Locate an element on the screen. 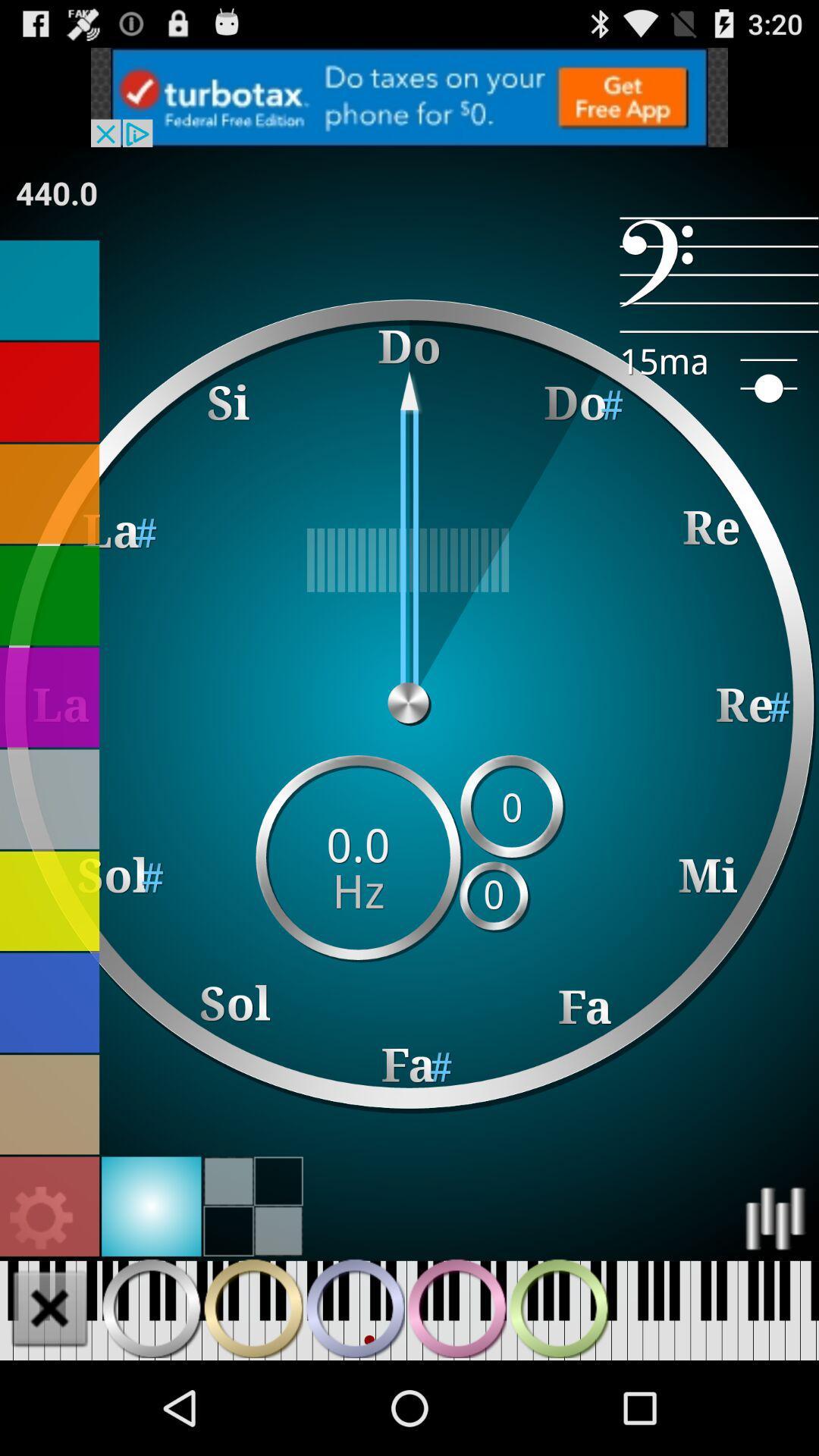 This screenshot has width=819, height=1456. settings is located at coordinates (49, 1206).